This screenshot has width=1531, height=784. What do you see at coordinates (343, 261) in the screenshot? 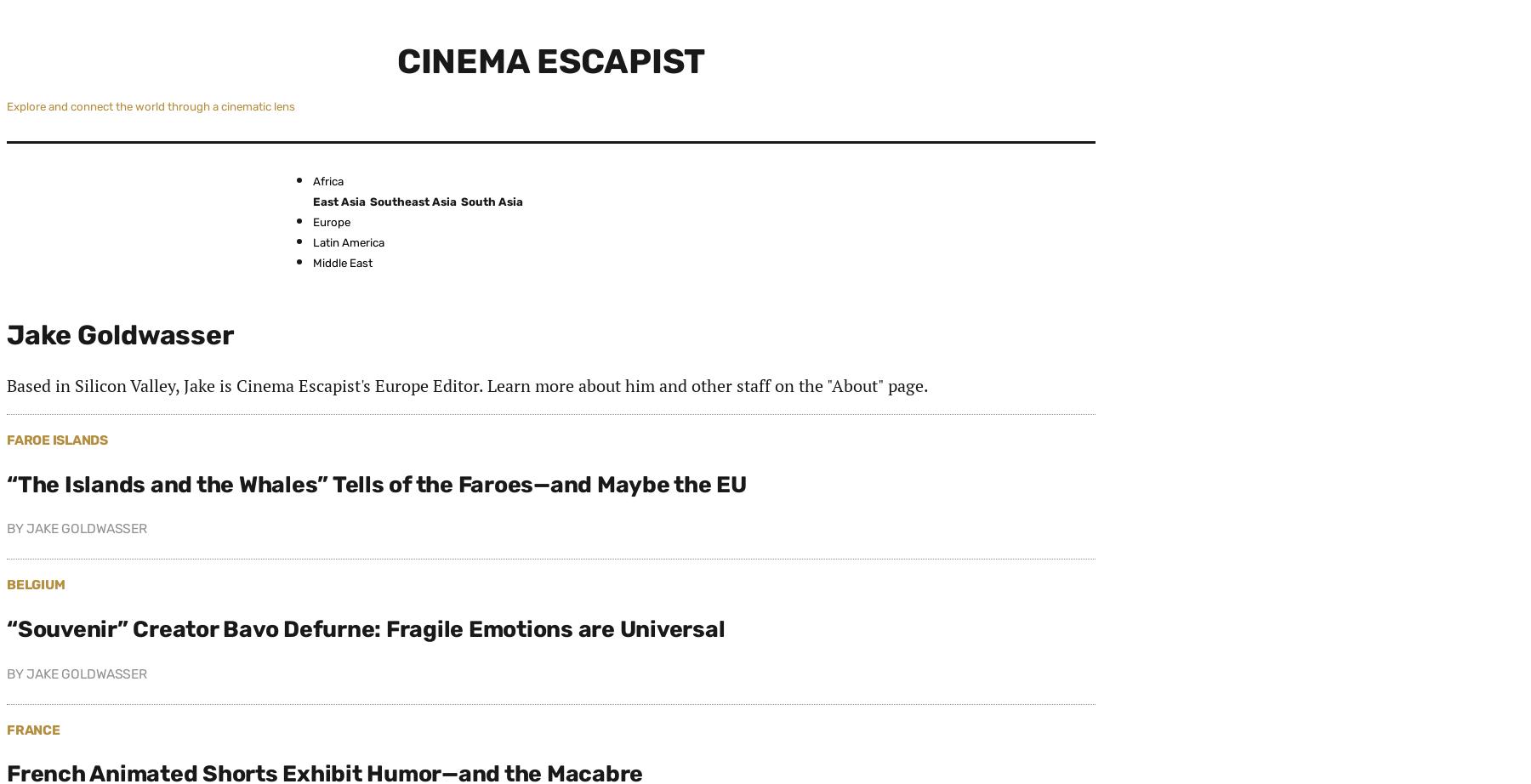
I see `'Middle East'` at bounding box center [343, 261].